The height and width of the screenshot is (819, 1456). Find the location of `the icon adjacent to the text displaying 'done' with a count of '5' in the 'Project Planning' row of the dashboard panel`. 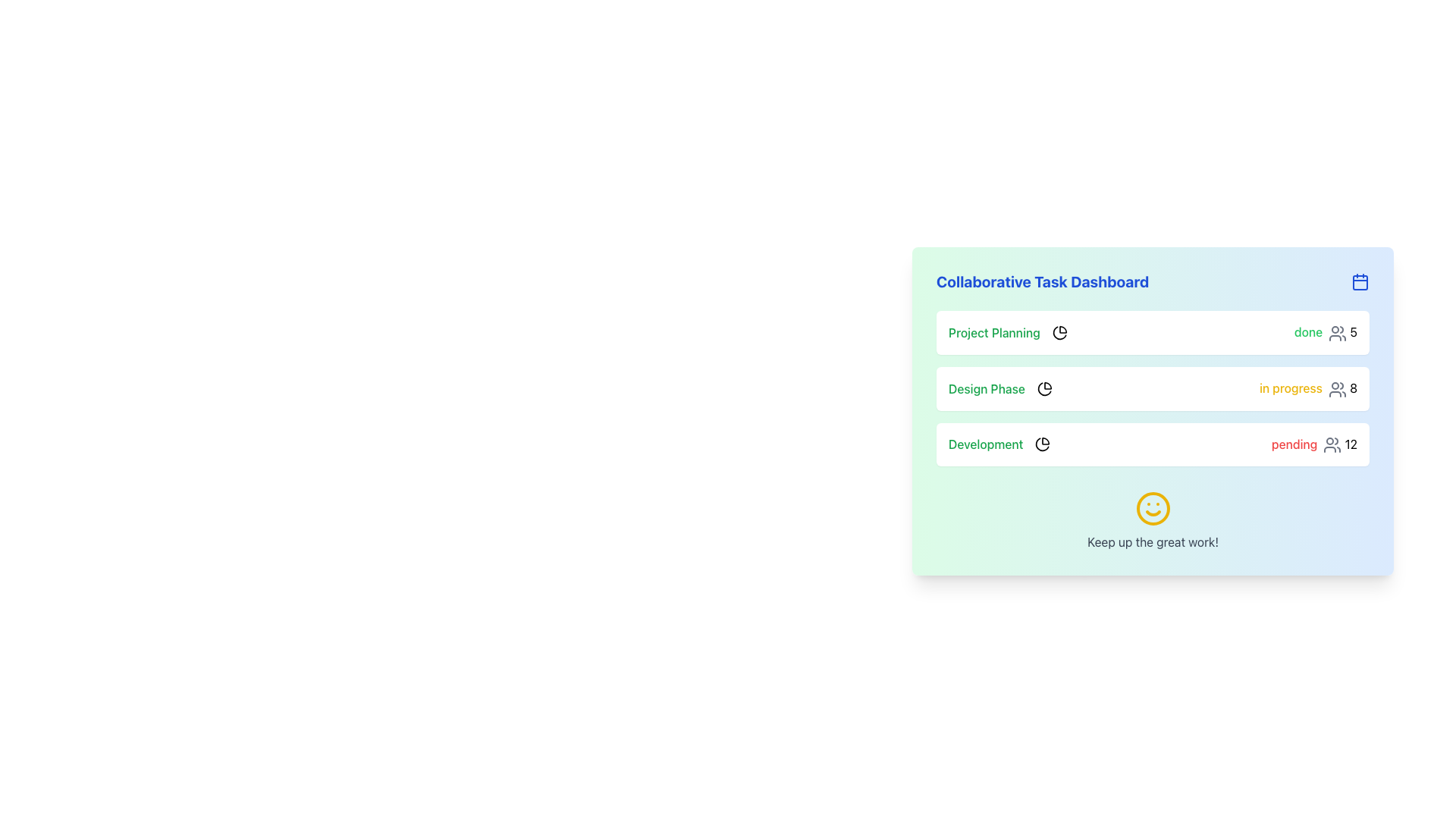

the icon adjacent to the text displaying 'done' with a count of '5' in the 'Project Planning' row of the dashboard panel is located at coordinates (1325, 331).